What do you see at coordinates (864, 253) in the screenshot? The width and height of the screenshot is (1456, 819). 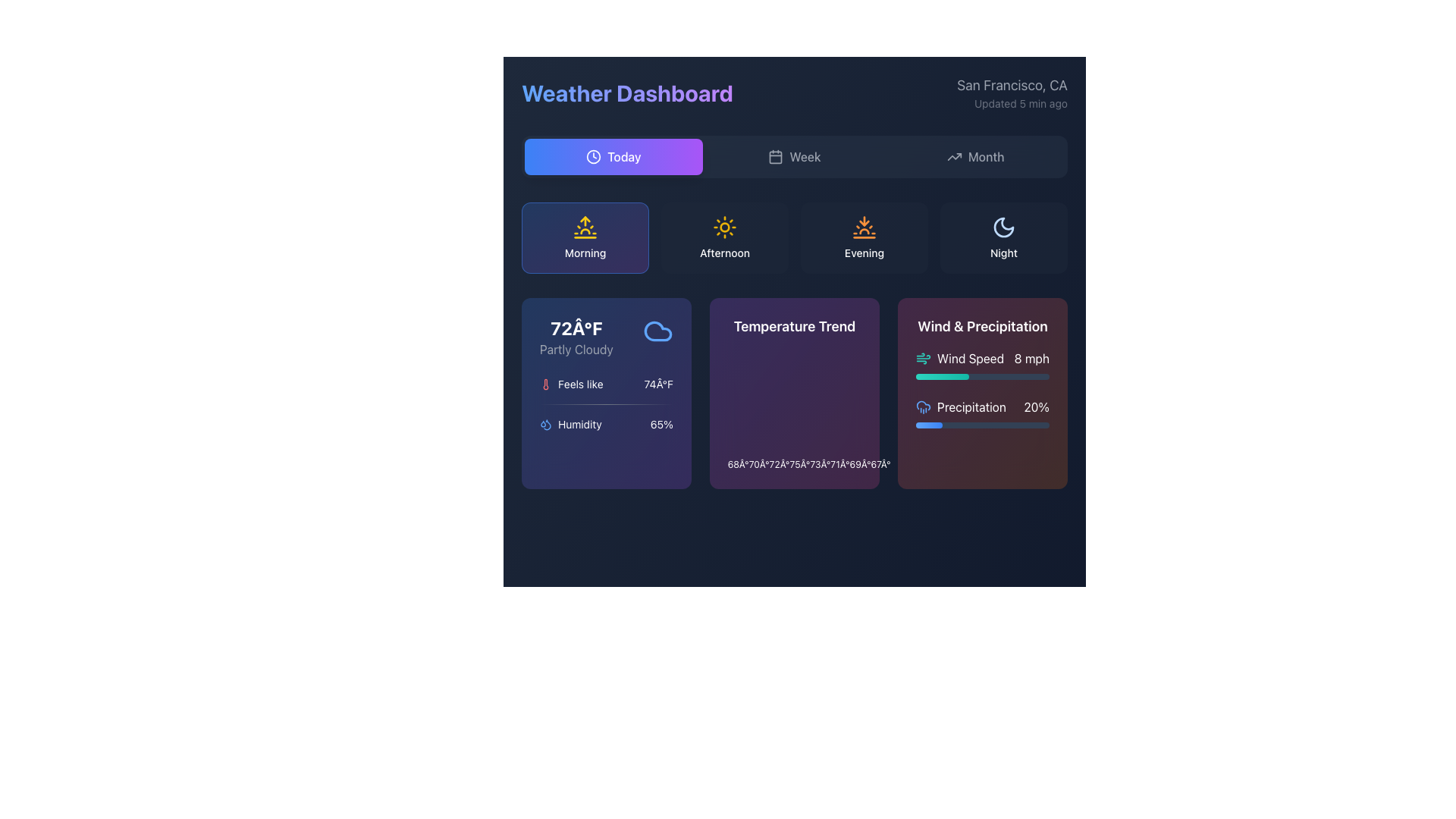 I see `the text label displaying 'Evening', which is a medium-sized white font on a dark background, located in the top section of the weather dashboard` at bounding box center [864, 253].